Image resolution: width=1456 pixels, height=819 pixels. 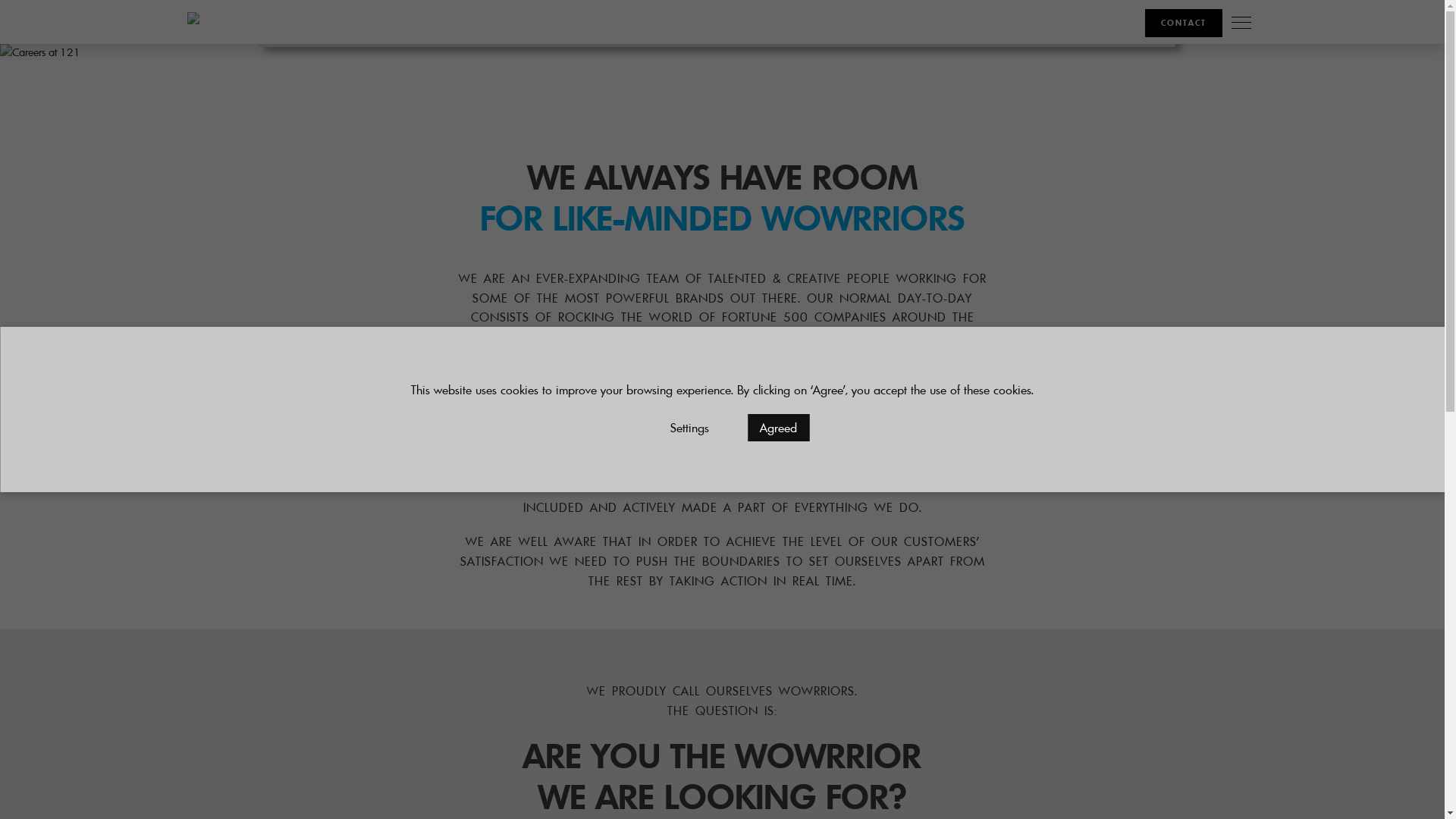 I want to click on 'CONTACT', so click(x=1182, y=23).